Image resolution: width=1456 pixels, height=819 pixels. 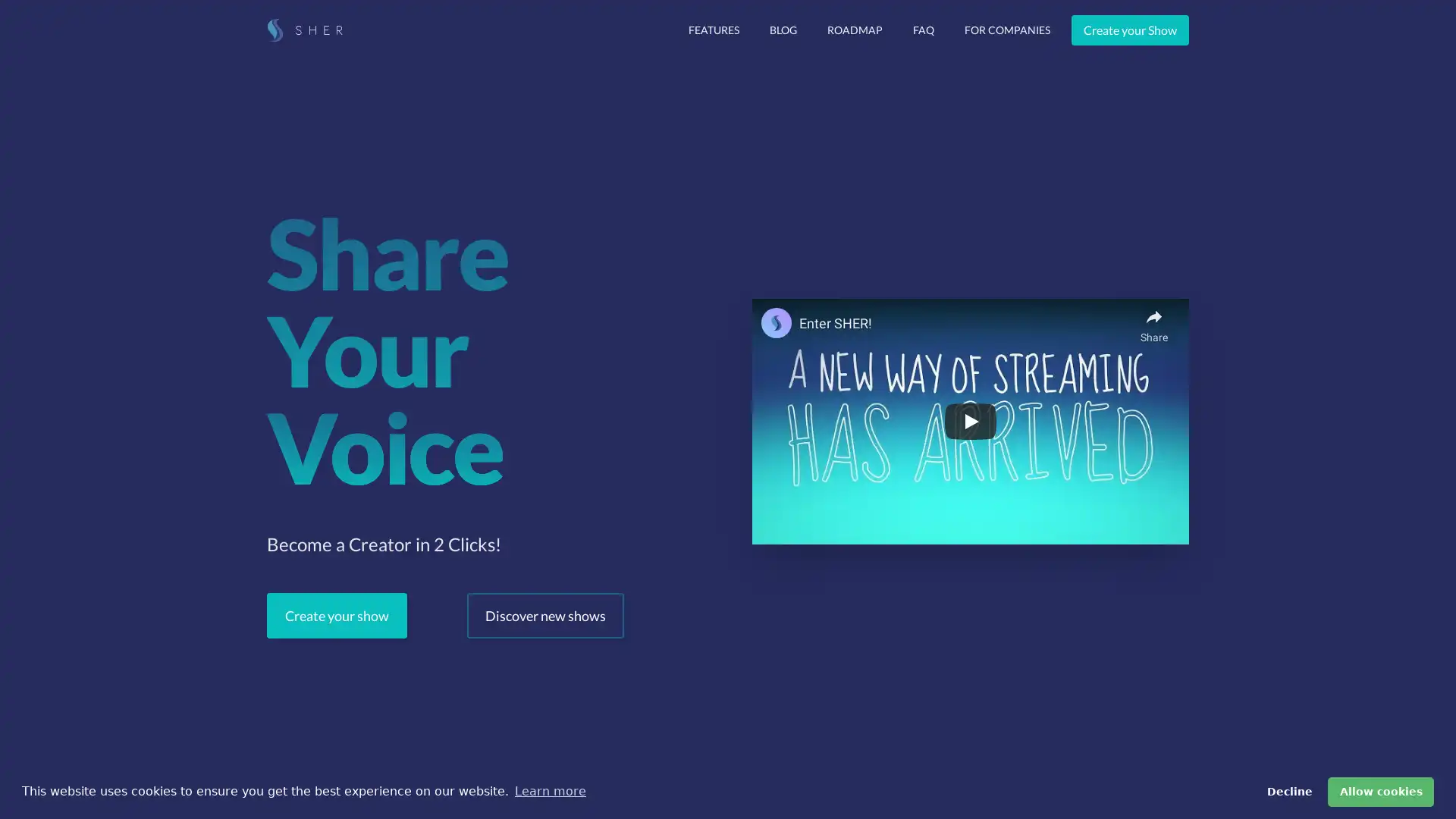 What do you see at coordinates (336, 616) in the screenshot?
I see `Create your show` at bounding box center [336, 616].